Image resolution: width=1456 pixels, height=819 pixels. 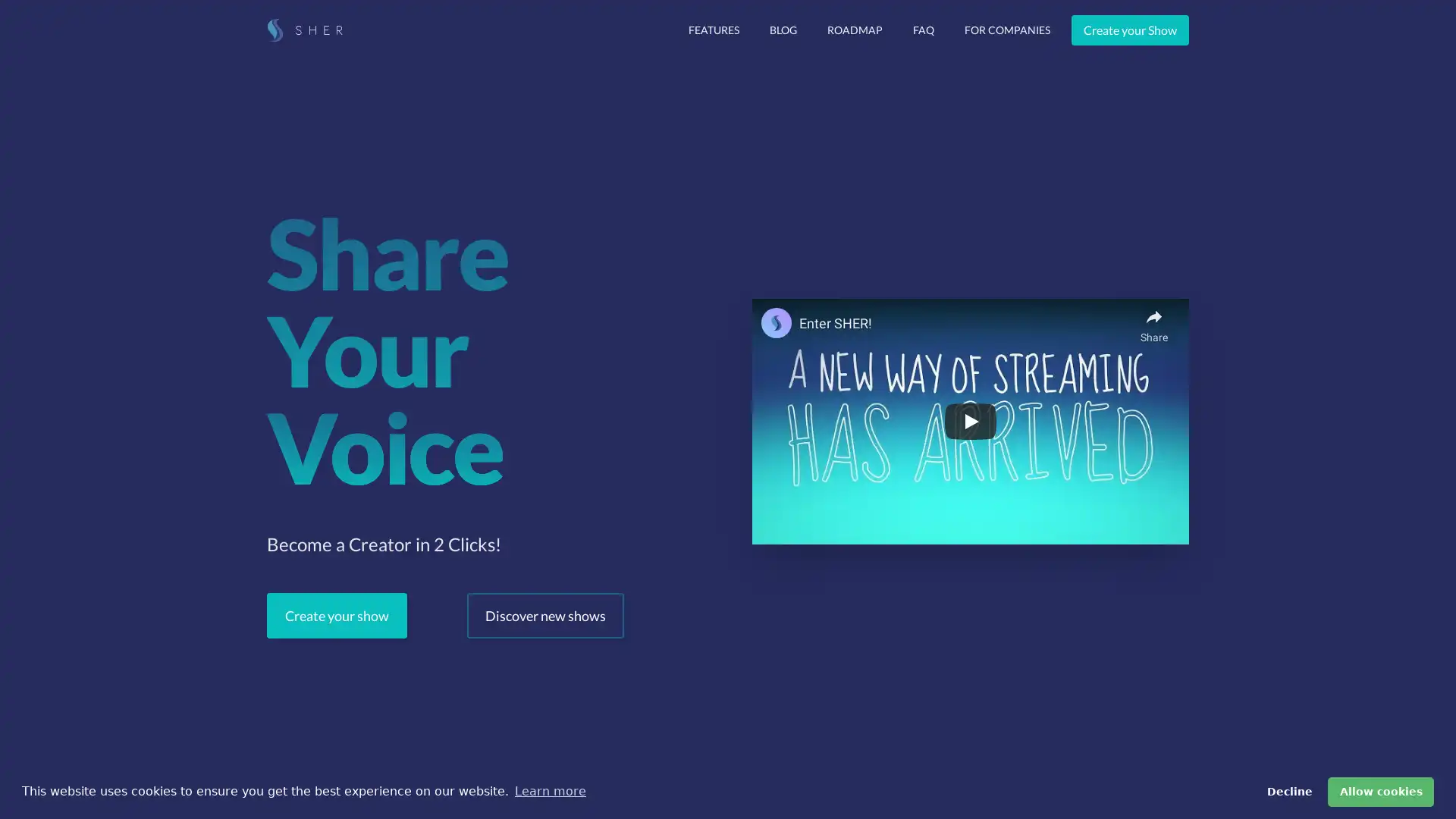 What do you see at coordinates (336, 616) in the screenshot?
I see `Create your show` at bounding box center [336, 616].